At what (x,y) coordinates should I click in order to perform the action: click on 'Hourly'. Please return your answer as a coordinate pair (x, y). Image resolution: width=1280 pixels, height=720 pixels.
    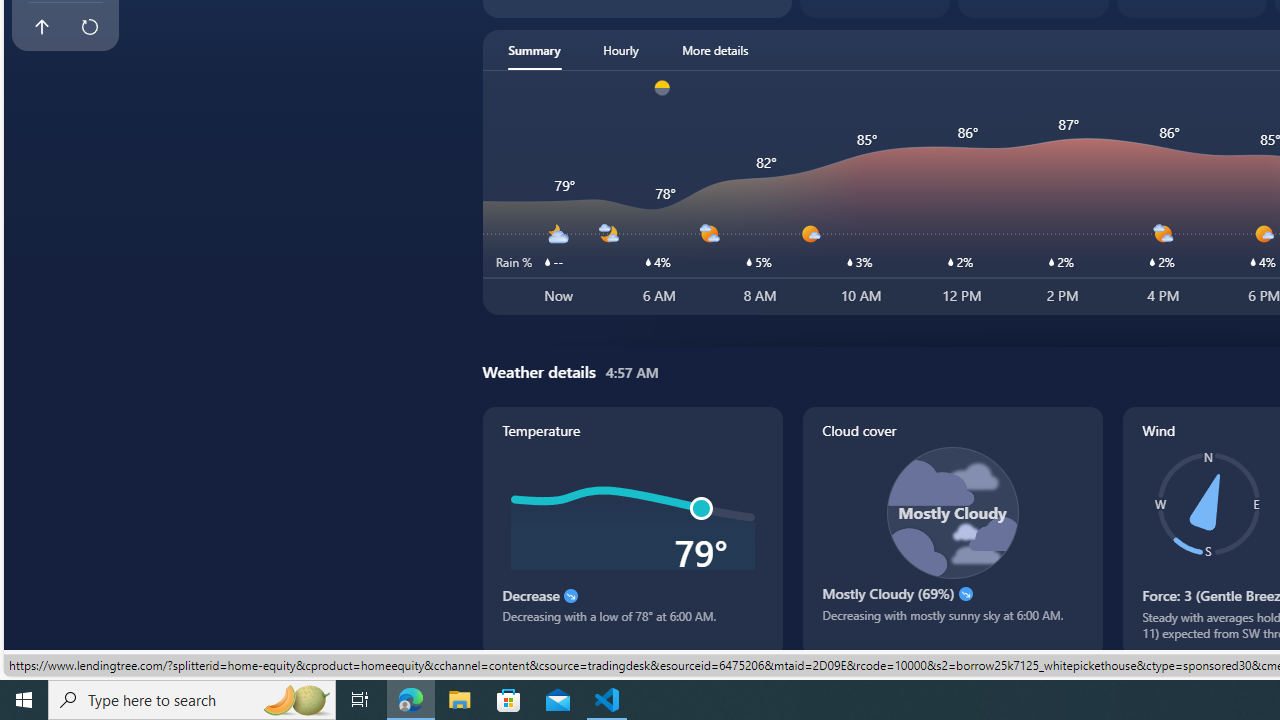
    Looking at the image, I should click on (619, 49).